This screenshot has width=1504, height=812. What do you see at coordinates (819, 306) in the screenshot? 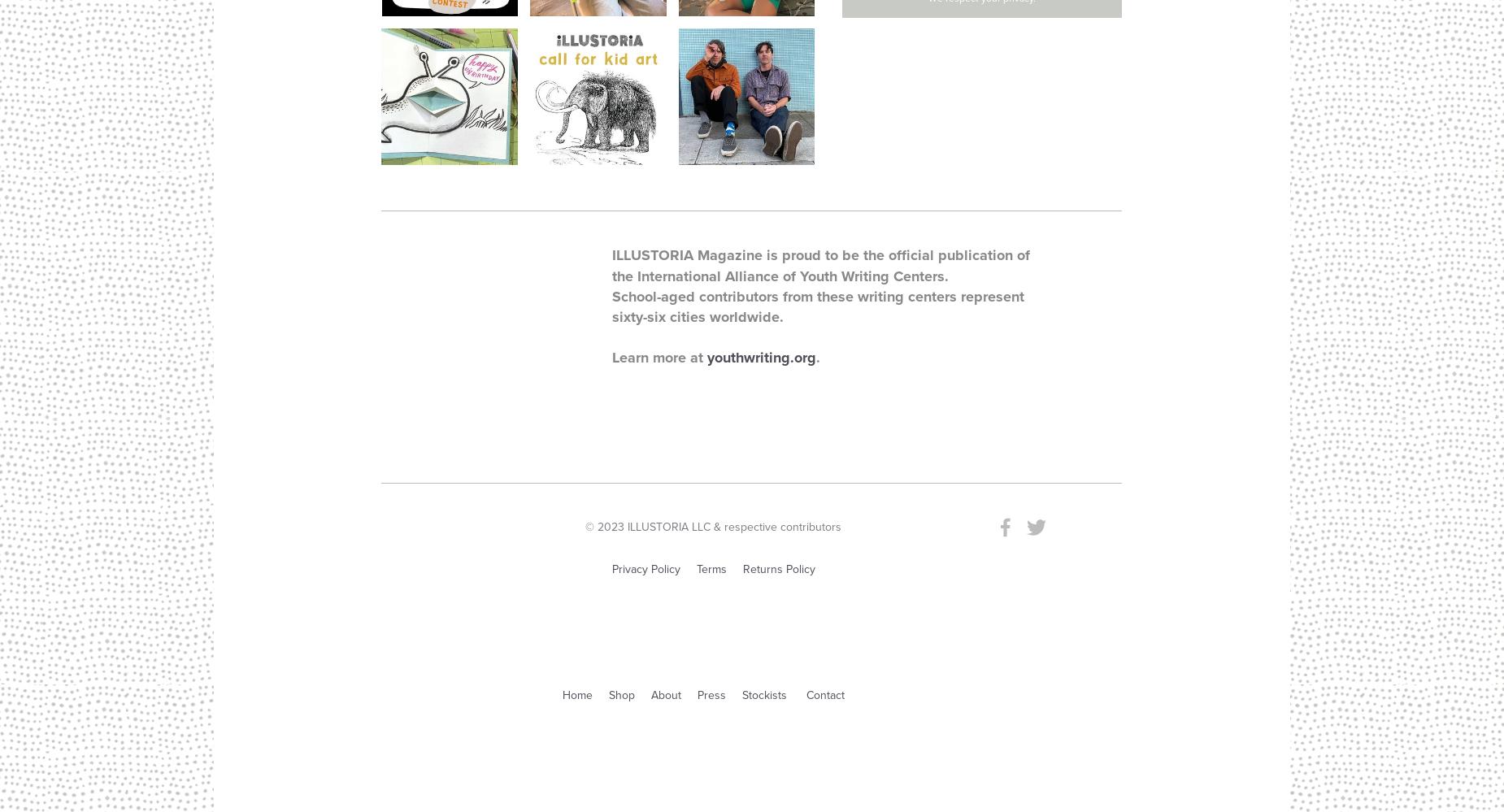
I see `'School-aged contributors from these writing centers represent sixty-six cities worldwide.'` at bounding box center [819, 306].